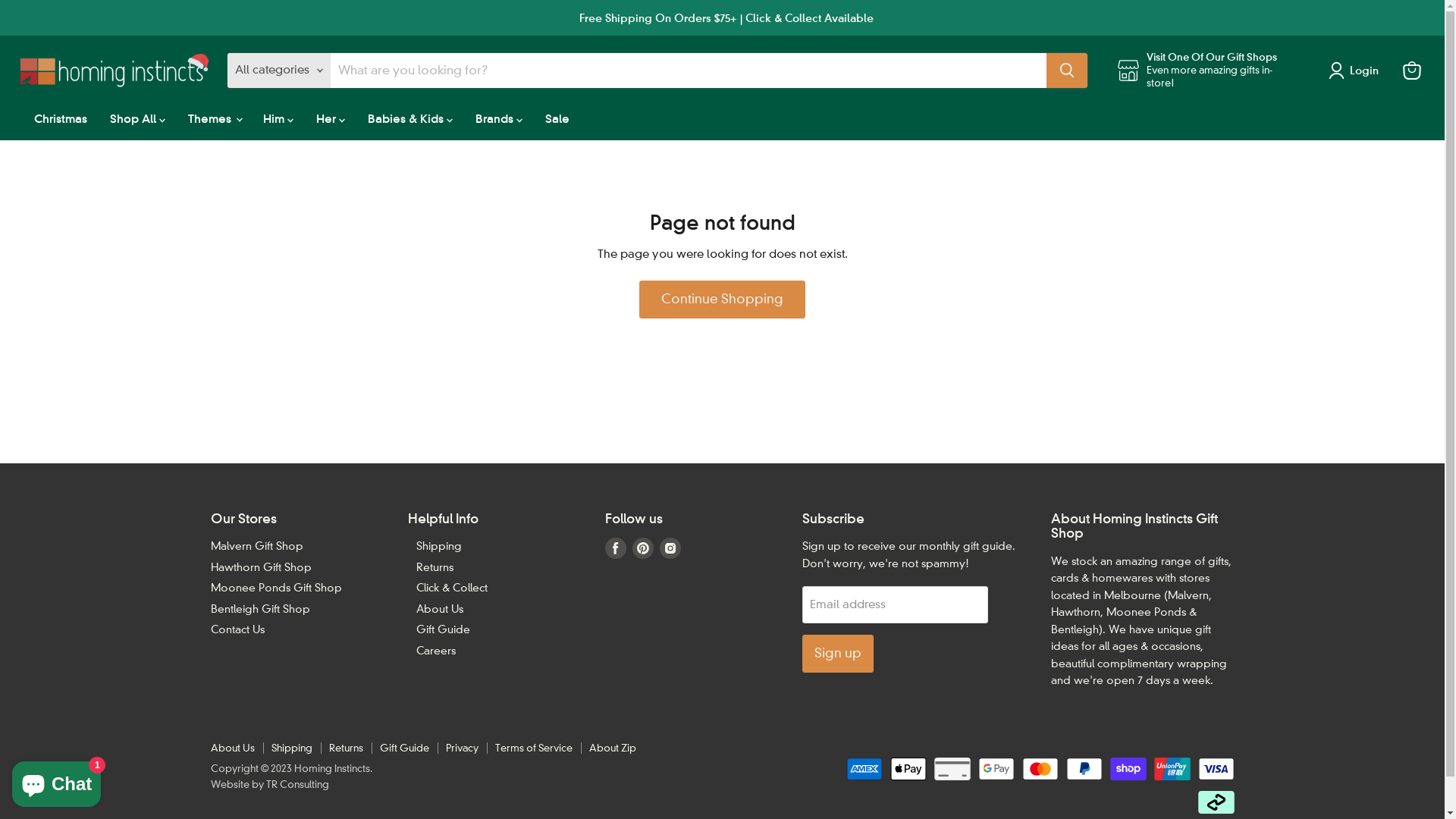 Image resolution: width=1456 pixels, height=819 pixels. Describe the element at coordinates (721, 299) in the screenshot. I see `'Continue Shopping'` at that location.